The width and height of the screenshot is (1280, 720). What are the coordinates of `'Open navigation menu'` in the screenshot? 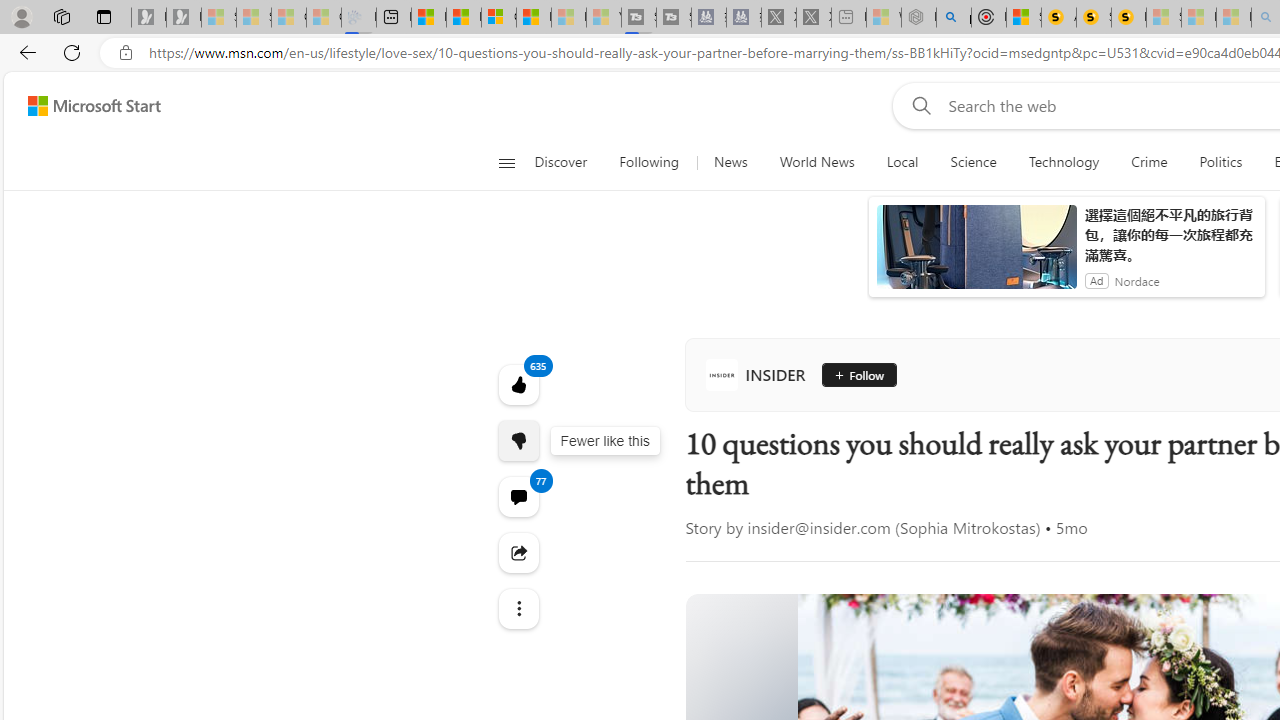 It's located at (506, 162).